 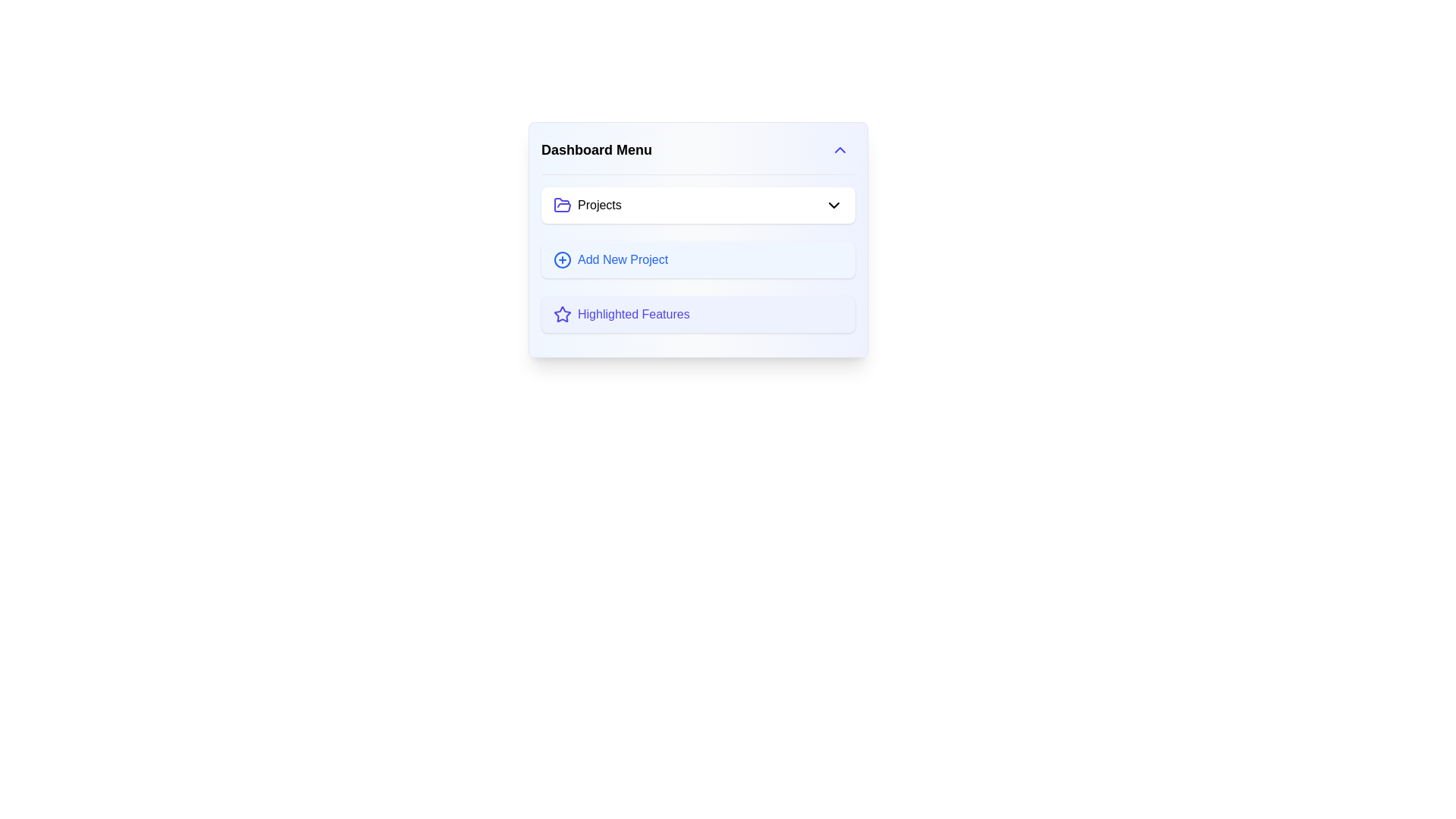 What do you see at coordinates (598, 205) in the screenshot?
I see `the Text label that indicates a section or category within the dashboard related to projects, located near the top of the vertical menu next to a folder icon` at bounding box center [598, 205].